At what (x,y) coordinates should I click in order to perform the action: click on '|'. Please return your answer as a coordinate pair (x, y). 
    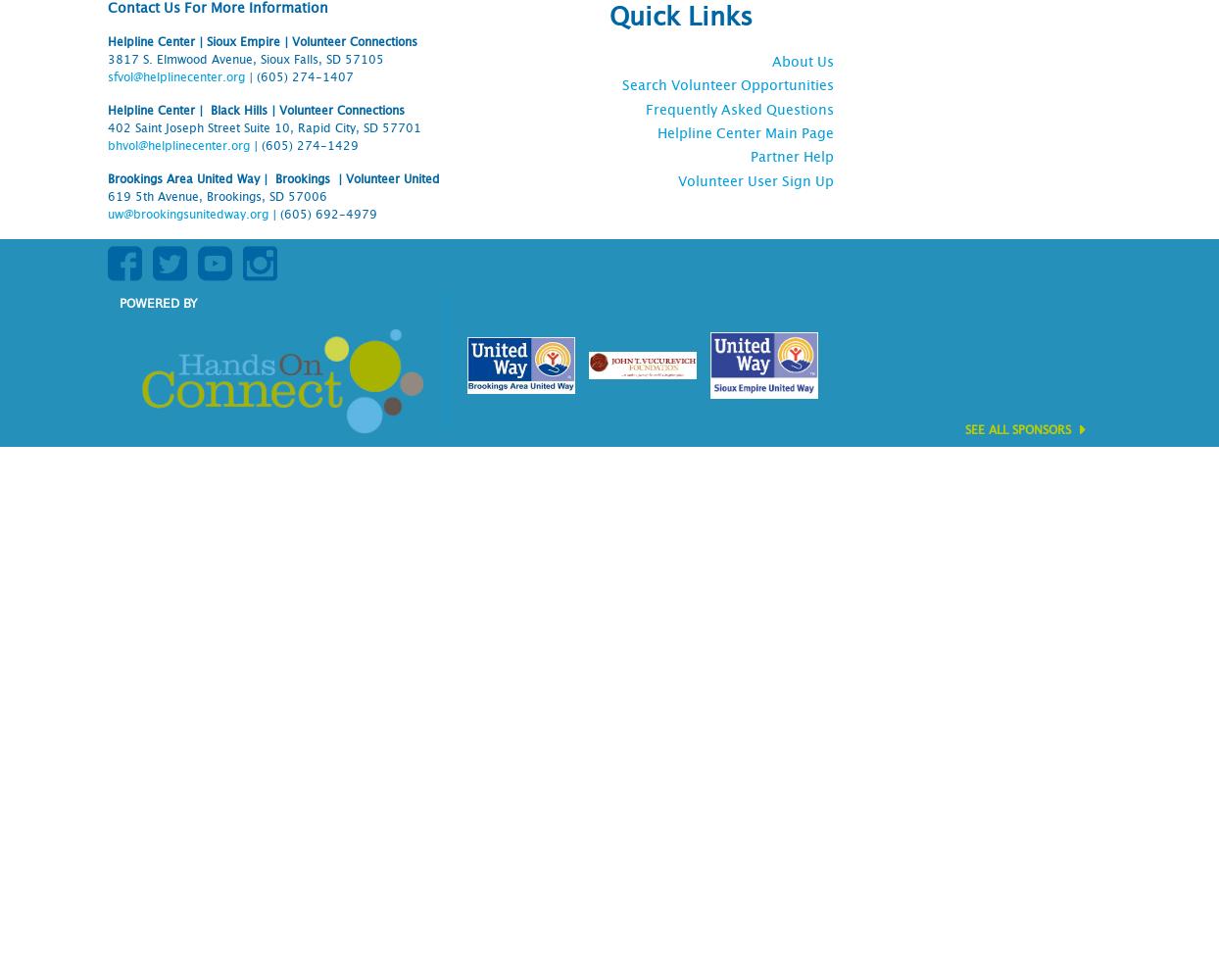
    Looking at the image, I should click on (268, 213).